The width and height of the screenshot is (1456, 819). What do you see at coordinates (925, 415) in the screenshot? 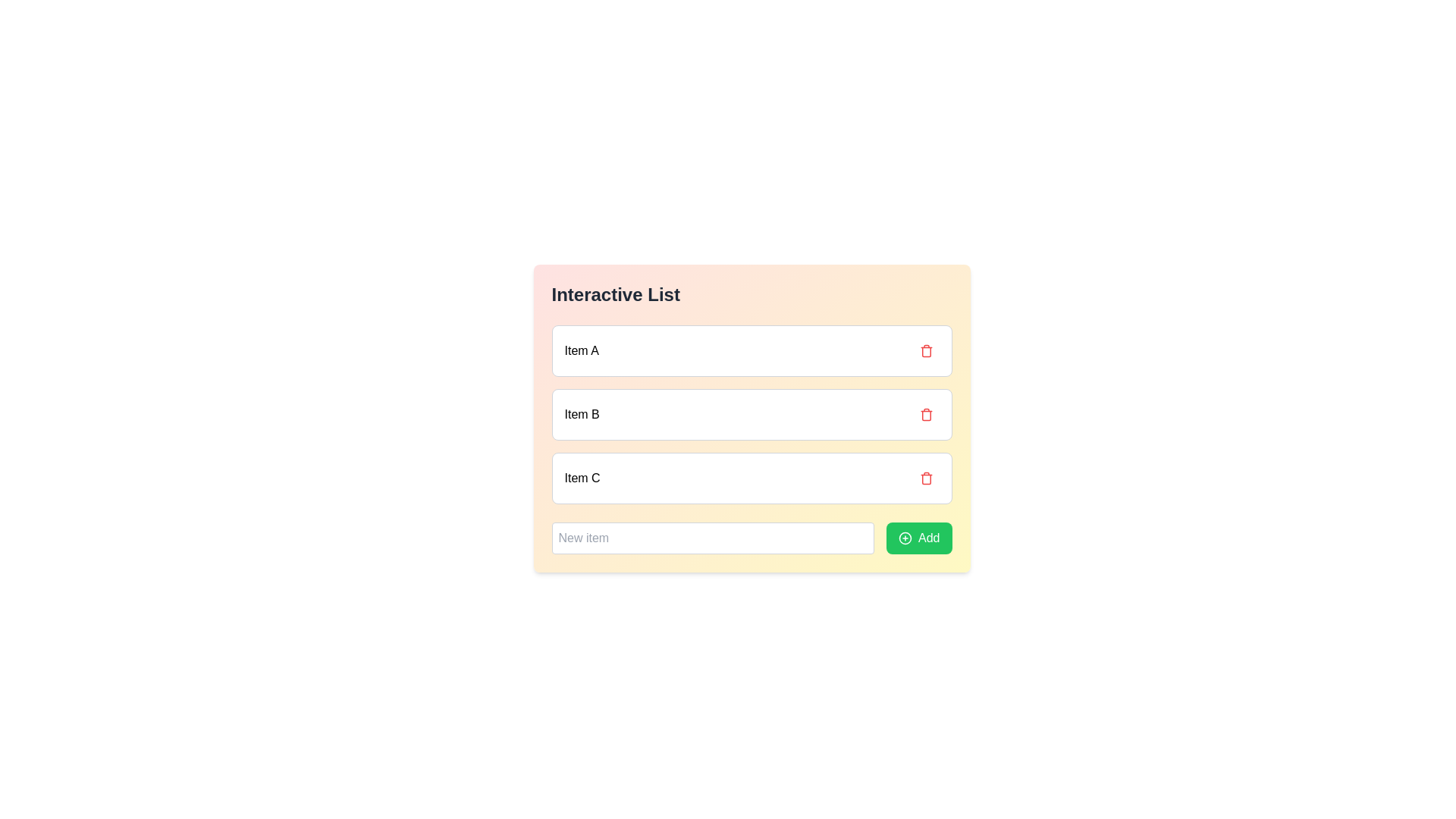
I see `the delete icon button associated with 'Item B'` at bounding box center [925, 415].